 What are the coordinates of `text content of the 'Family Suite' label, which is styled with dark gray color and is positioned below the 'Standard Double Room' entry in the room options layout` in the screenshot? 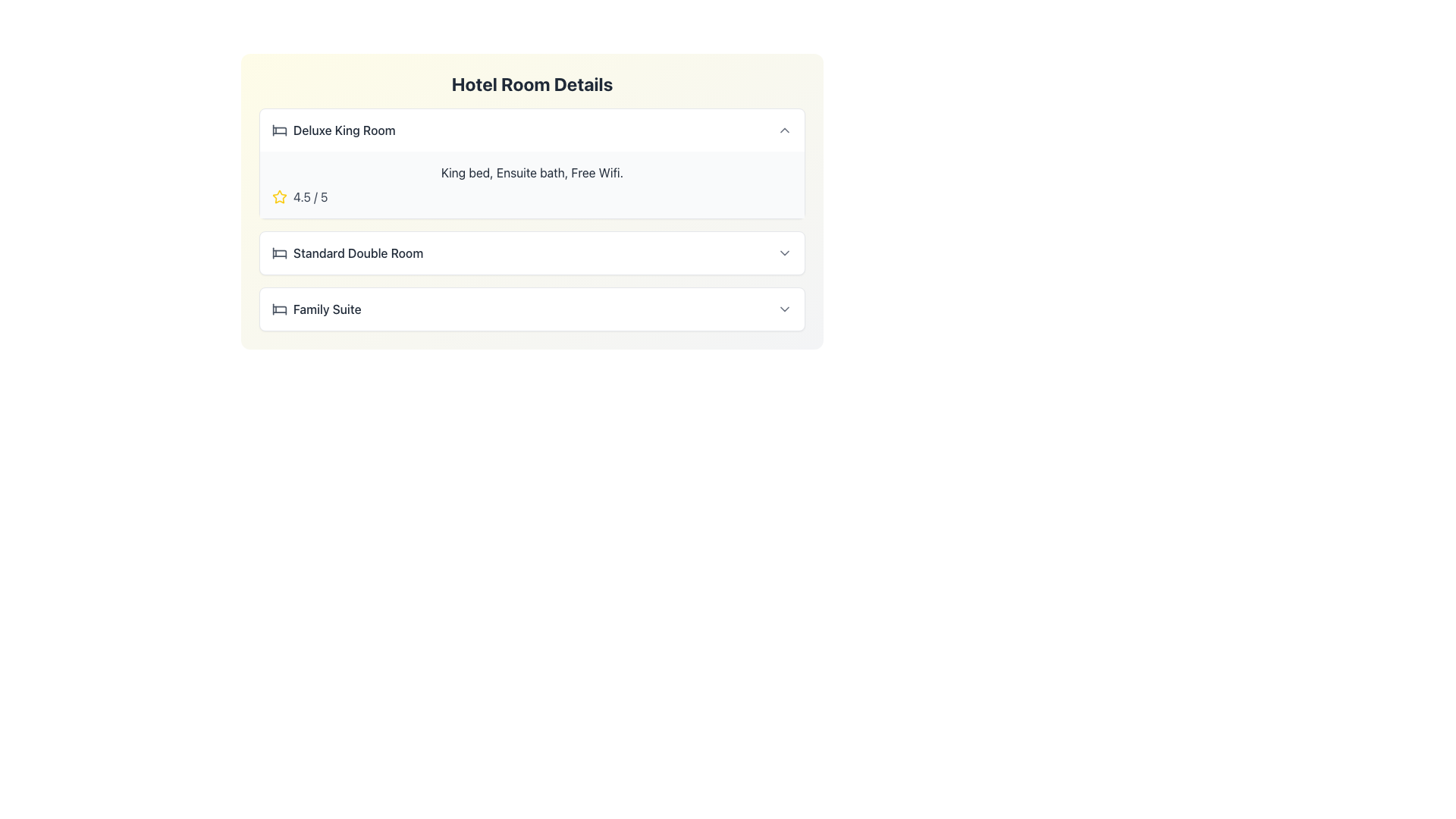 It's located at (326, 309).